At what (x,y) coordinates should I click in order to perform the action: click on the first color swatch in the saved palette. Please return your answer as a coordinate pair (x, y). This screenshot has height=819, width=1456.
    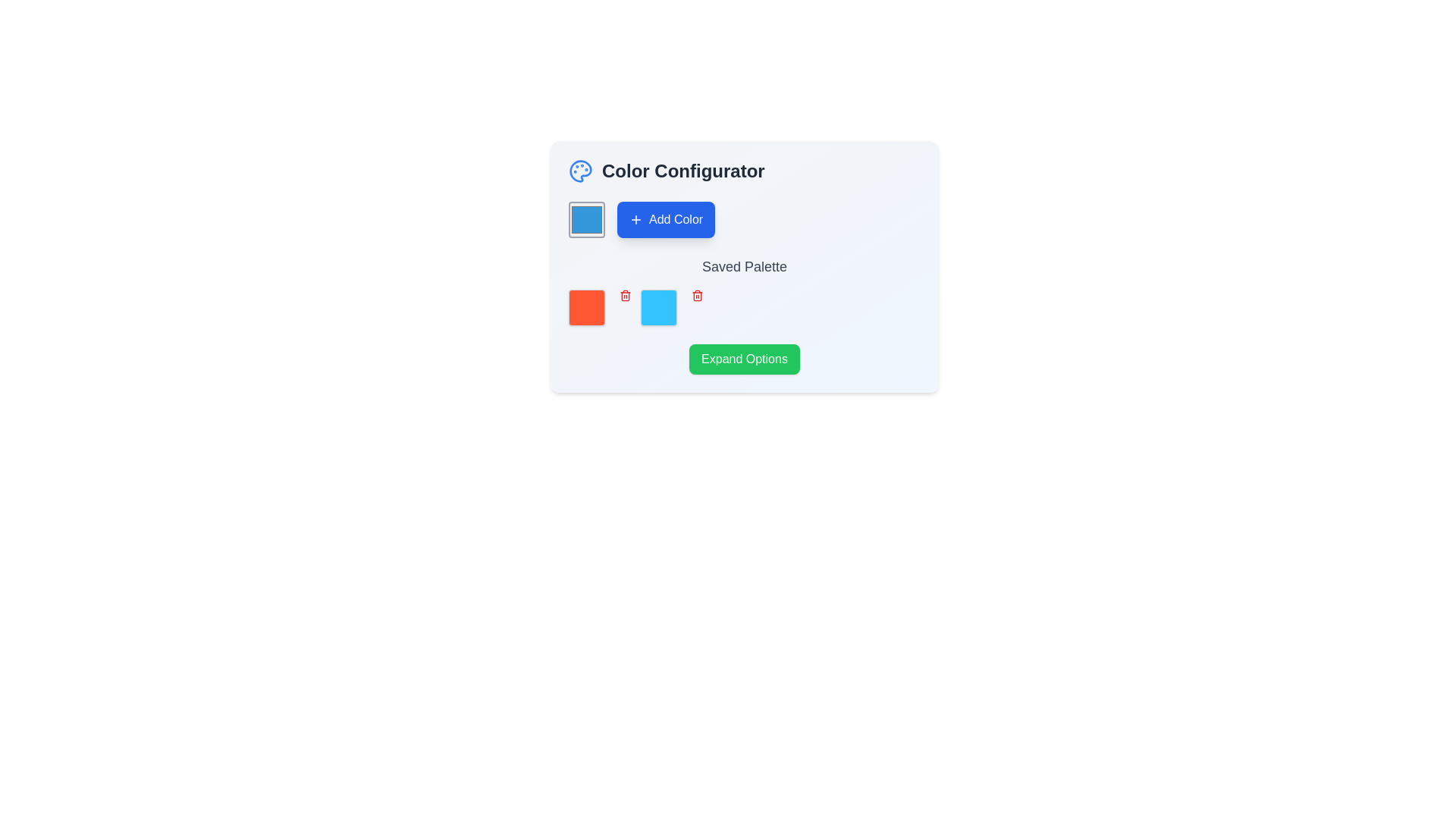
    Looking at the image, I should click on (585, 307).